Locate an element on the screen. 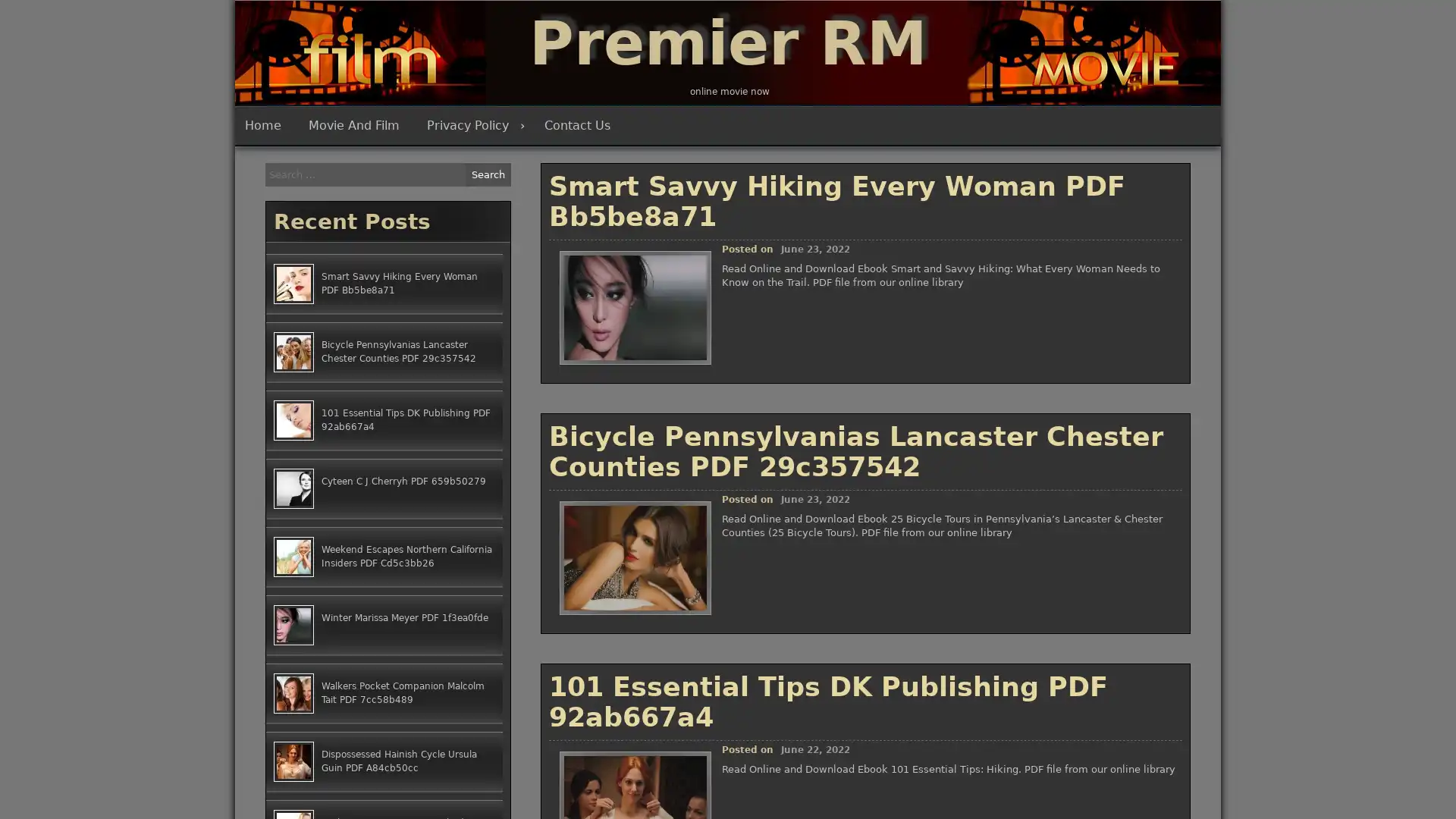 The width and height of the screenshot is (1456, 819). Search is located at coordinates (488, 174).